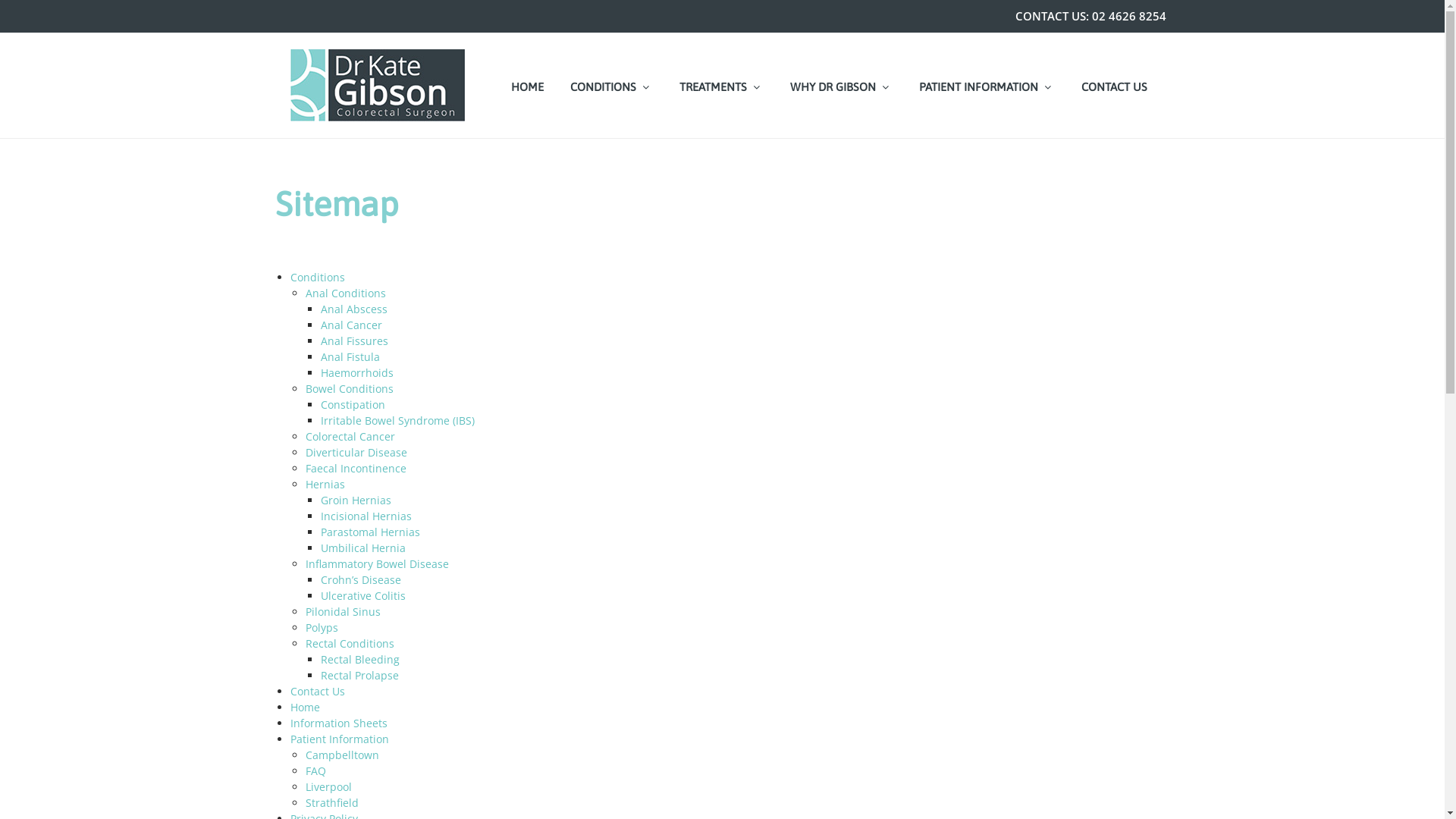 This screenshot has width=1456, height=819. I want to click on 'CONDITIONS', so click(611, 85).